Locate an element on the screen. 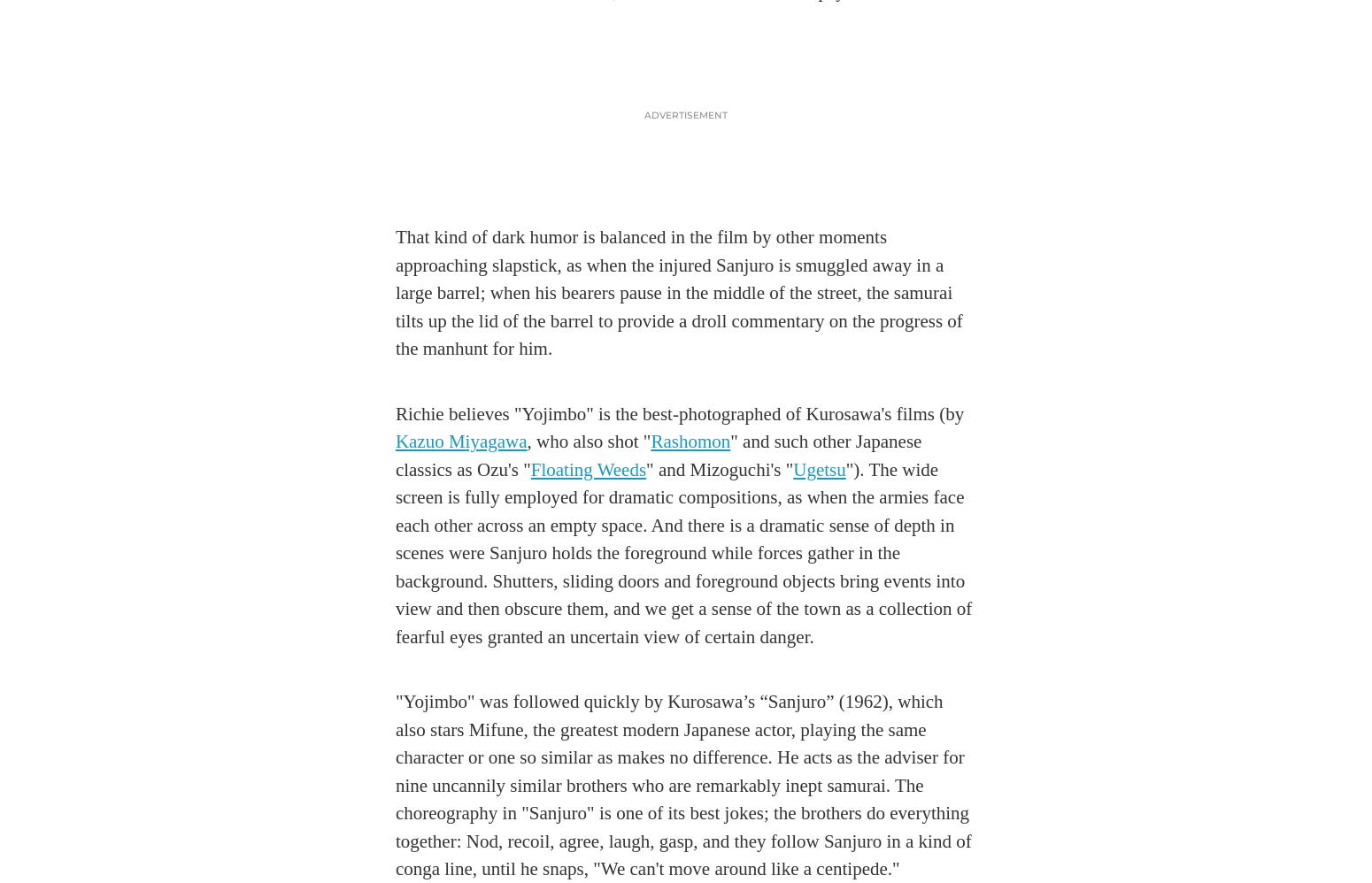 The width and height of the screenshot is (1372, 883). '"). The wide screen is fully employed for dramatic compositions, as when the armies face each other across an empty space. And there is a dramatic sense of depth in scenes were Sanjuro holds the foreground while forces gather in the background. Shutters, sliding doors and foreground objects bring events into view and then obscure them, and we get a sense of the town as a collection of fearful eyes granted an uncertain view of certain danger.' is located at coordinates (683, 552).